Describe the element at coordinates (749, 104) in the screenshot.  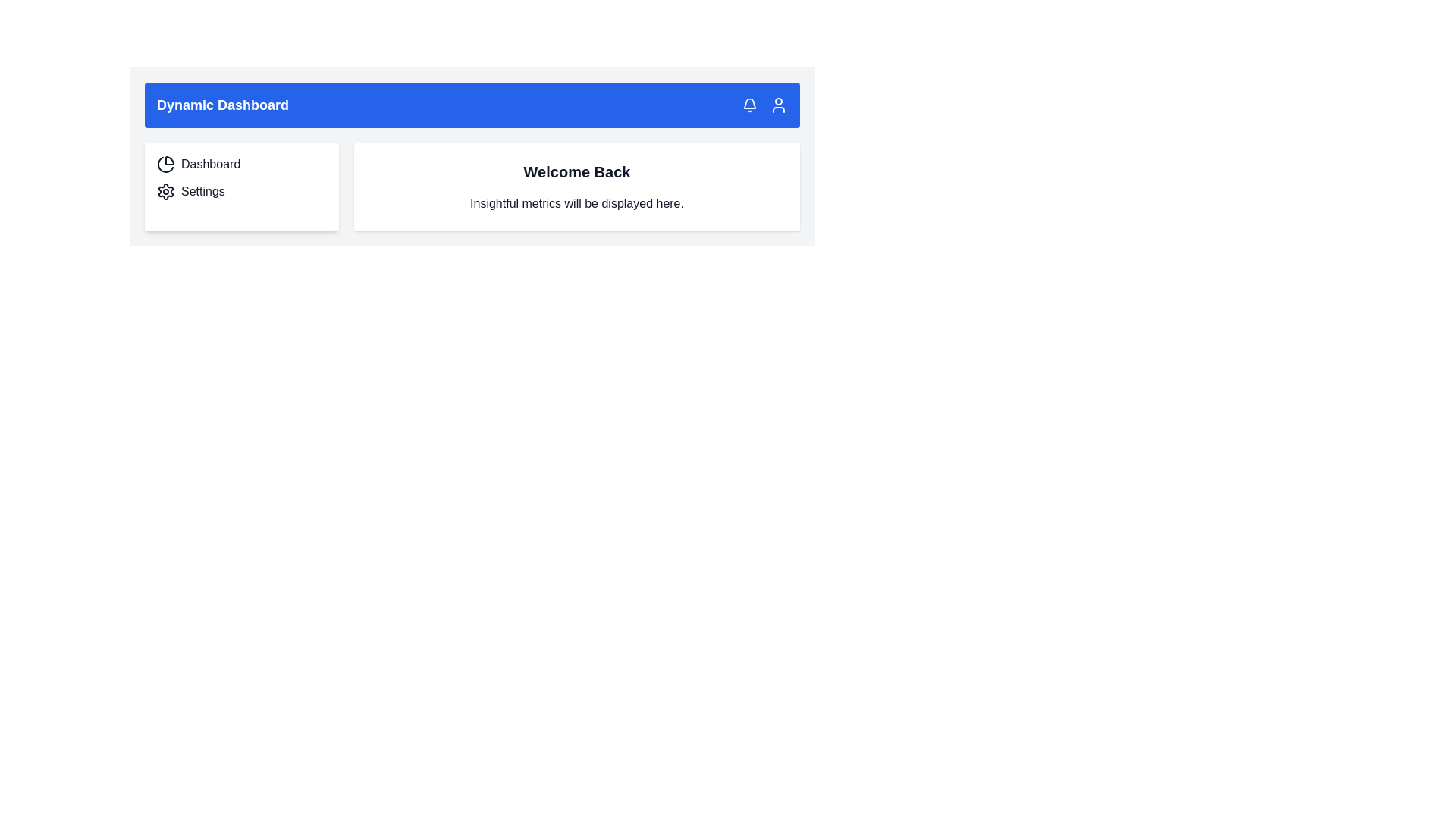
I see `the bell-shaped notification icon located` at that location.